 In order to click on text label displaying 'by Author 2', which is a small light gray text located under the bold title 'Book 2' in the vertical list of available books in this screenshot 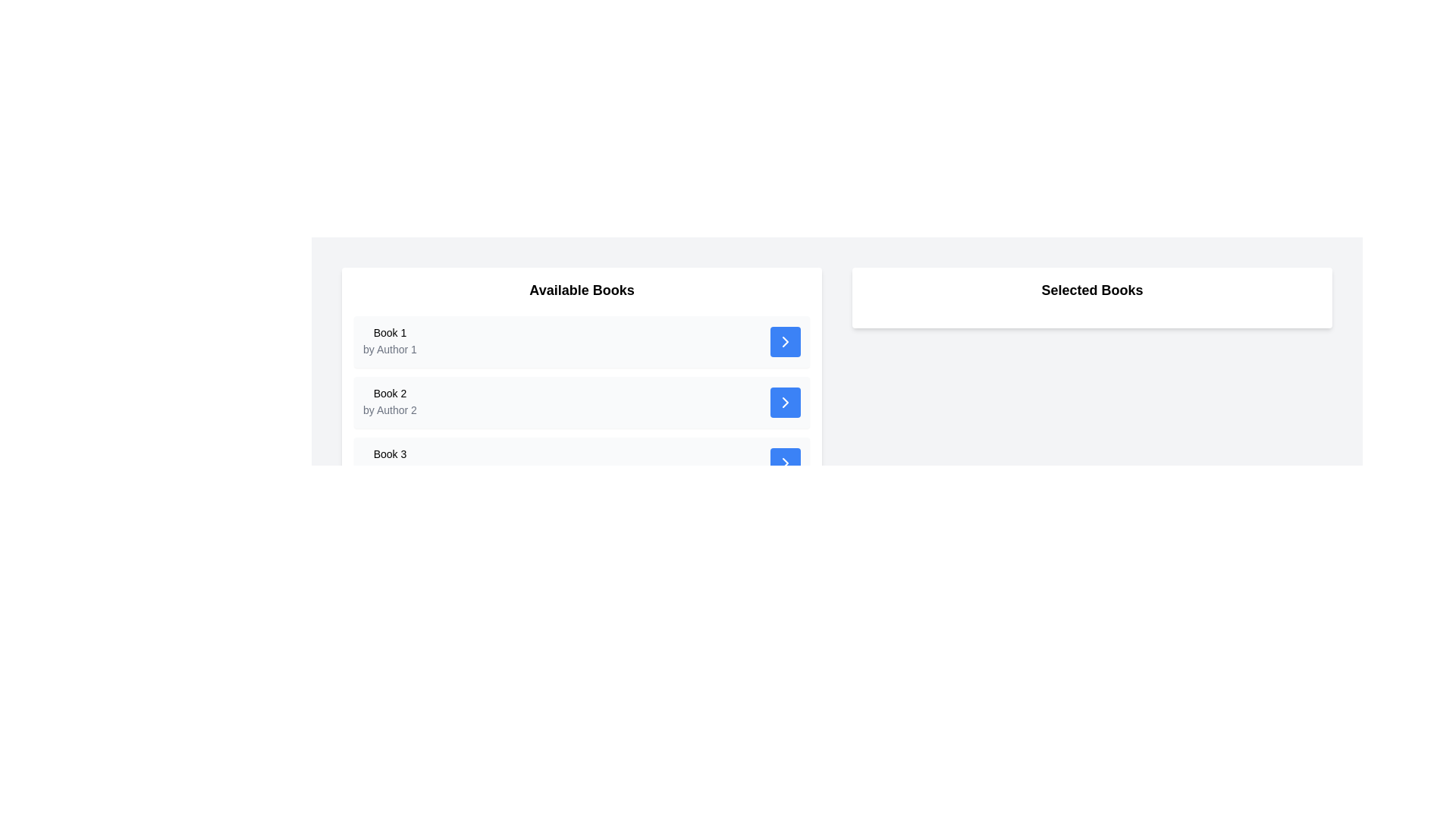, I will do `click(390, 409)`.